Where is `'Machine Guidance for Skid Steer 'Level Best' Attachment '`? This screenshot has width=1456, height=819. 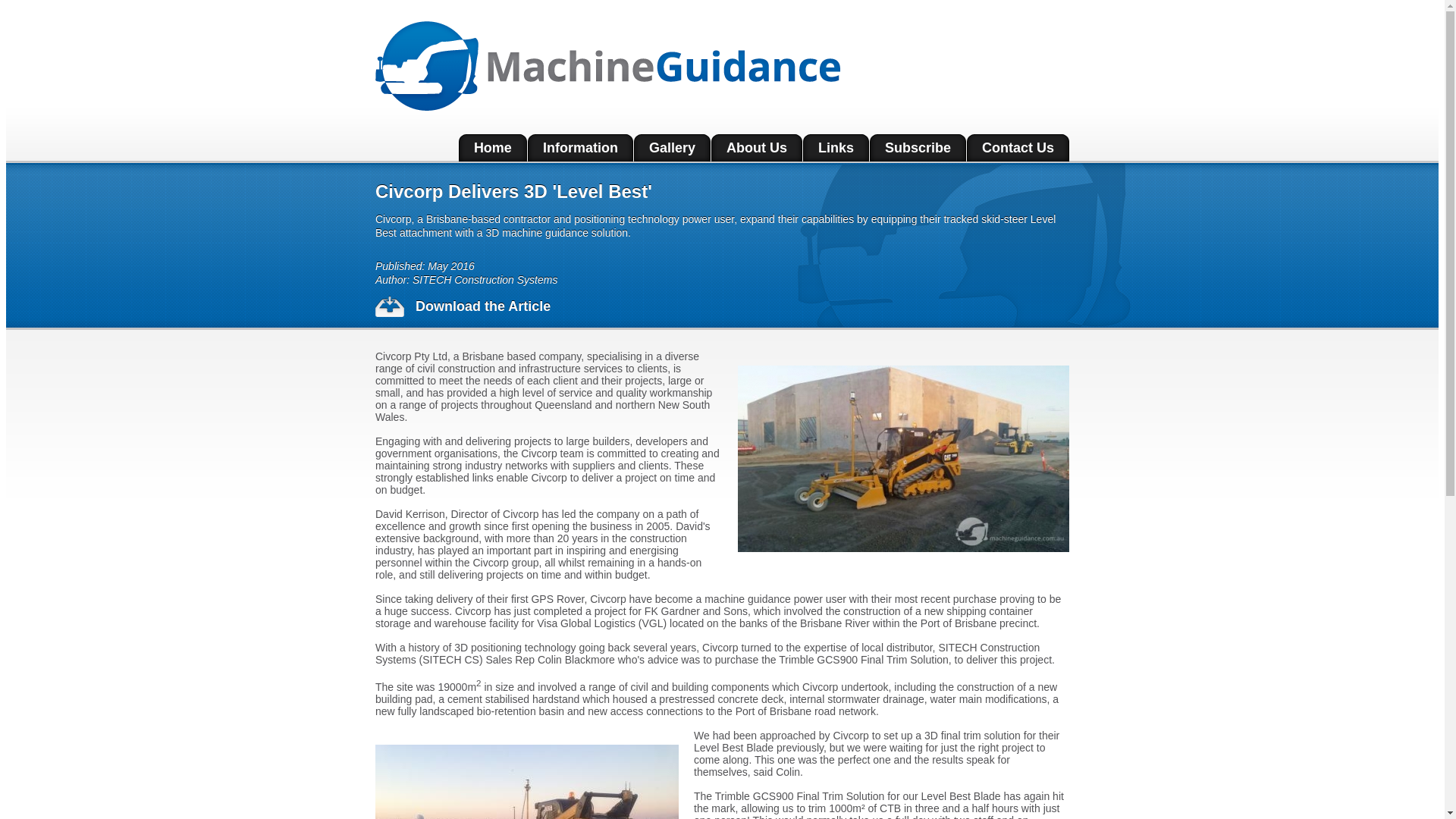 'Machine Guidance for Skid Steer 'Level Best' Attachment ' is located at coordinates (903, 458).